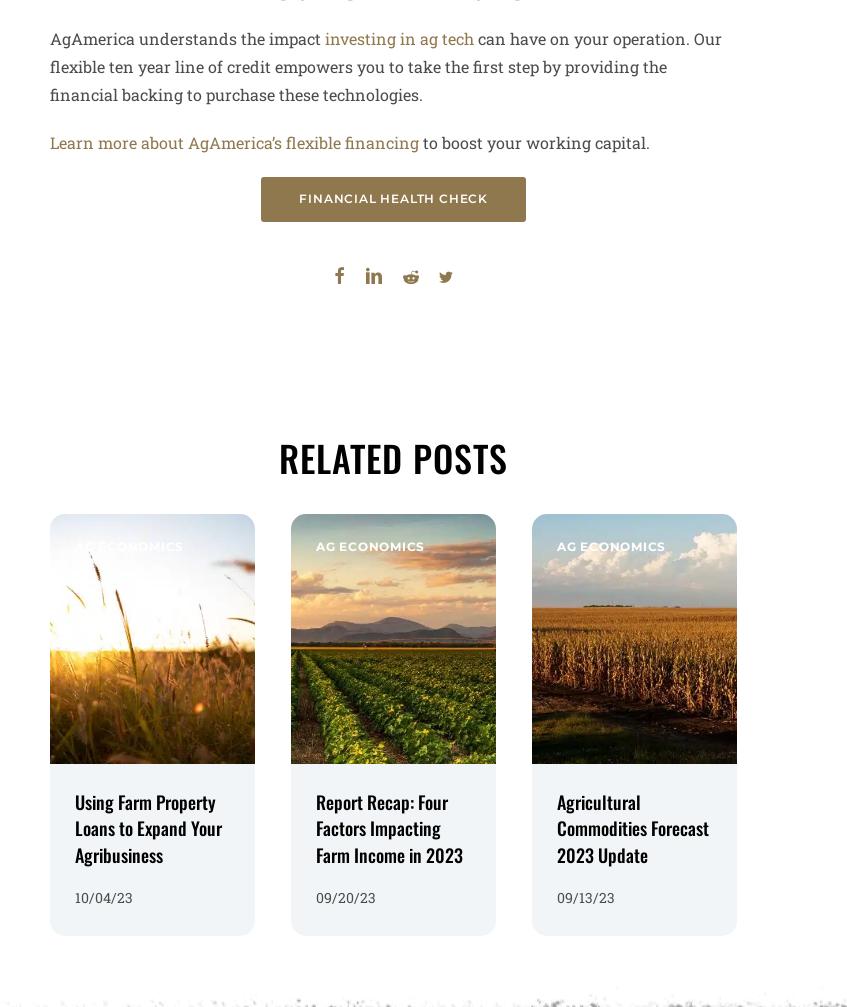  I want to click on 'investing in ag tech', so click(398, 38).